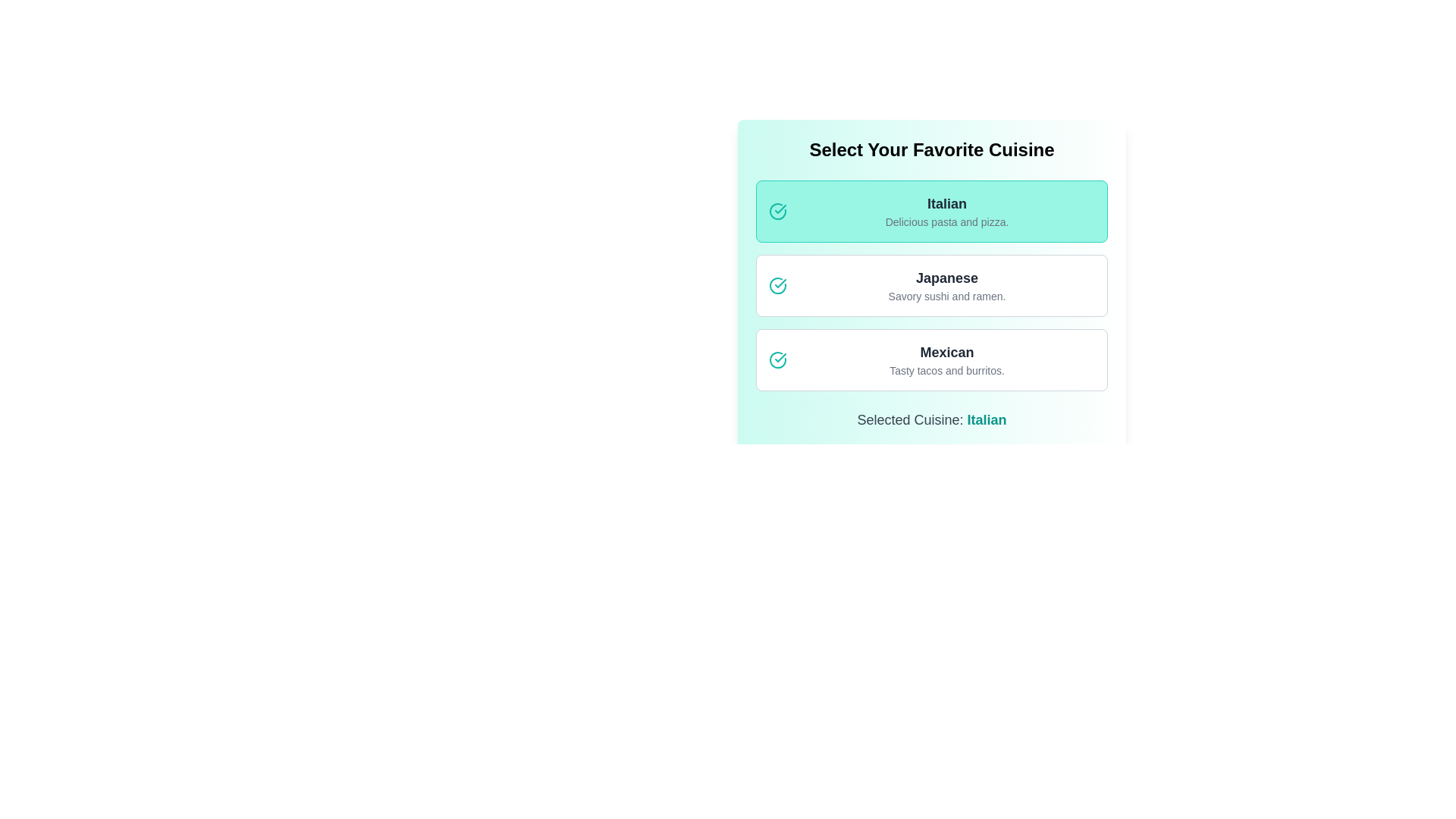 Image resolution: width=1456 pixels, height=819 pixels. I want to click on the first selectable list item with a teal background and a checkmark icon, so click(930, 211).